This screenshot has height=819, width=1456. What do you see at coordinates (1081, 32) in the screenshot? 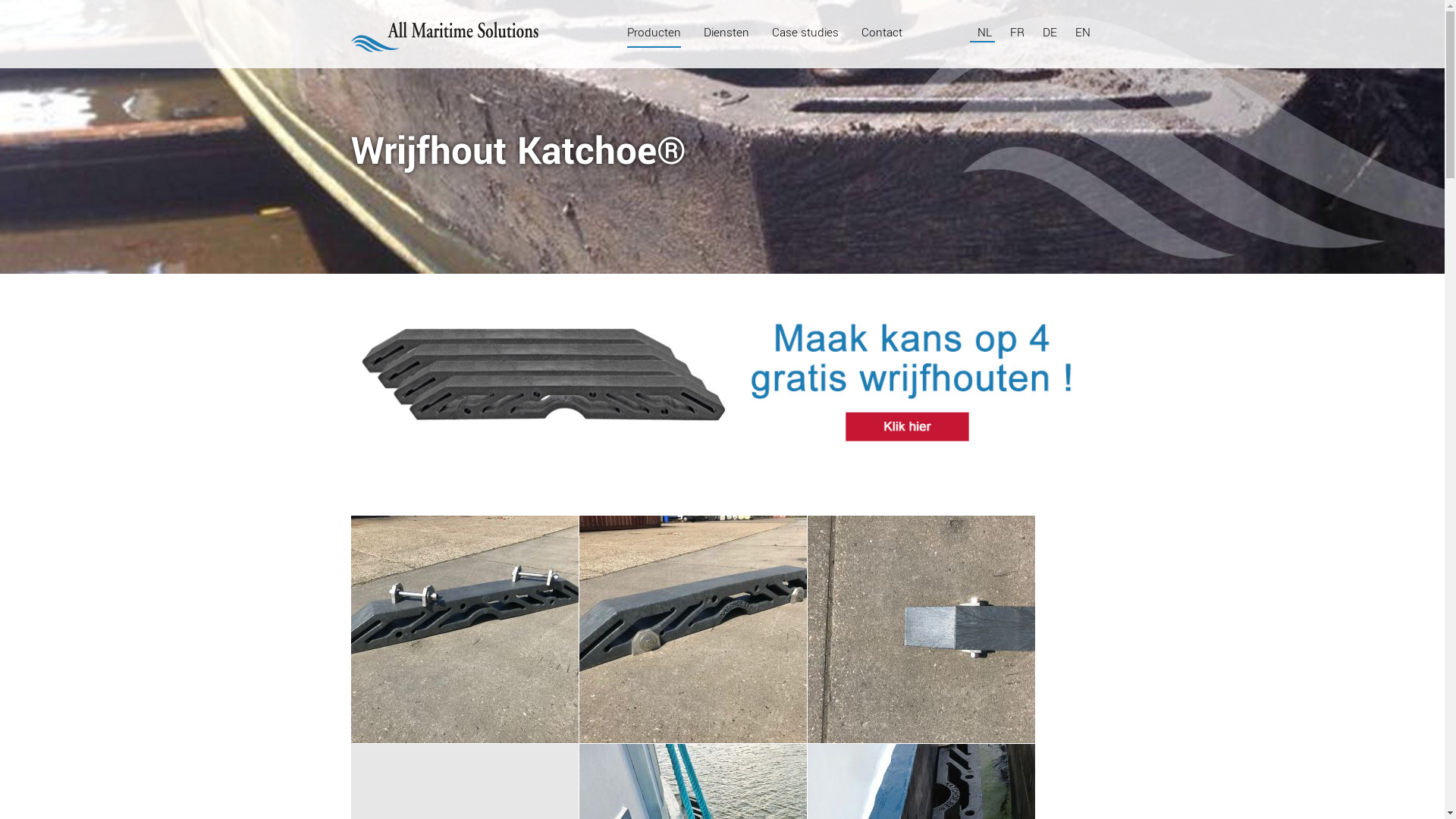
I see `'EN'` at bounding box center [1081, 32].